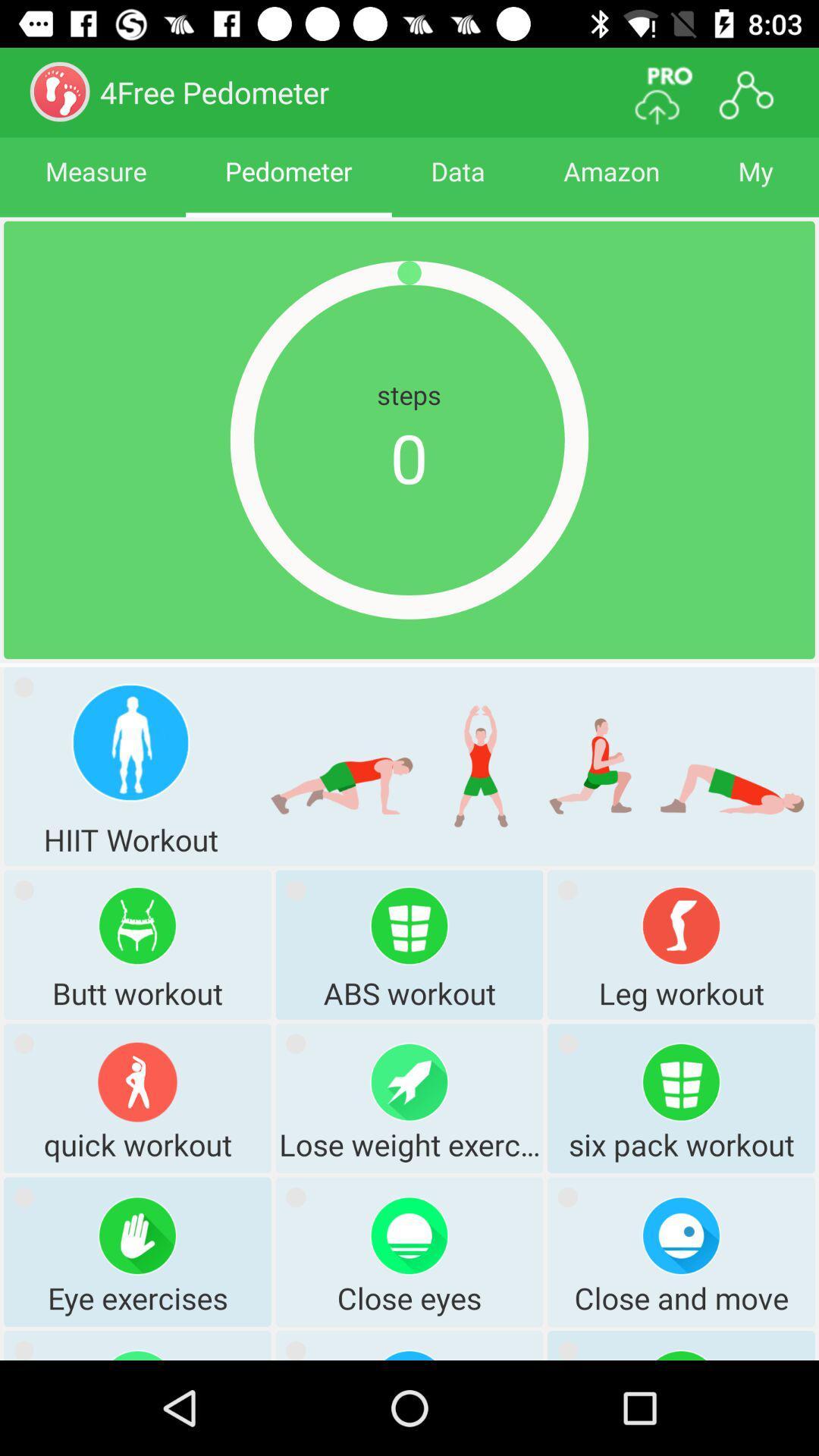 This screenshot has width=819, height=1456. Describe the element at coordinates (610, 184) in the screenshot. I see `amazon item` at that location.